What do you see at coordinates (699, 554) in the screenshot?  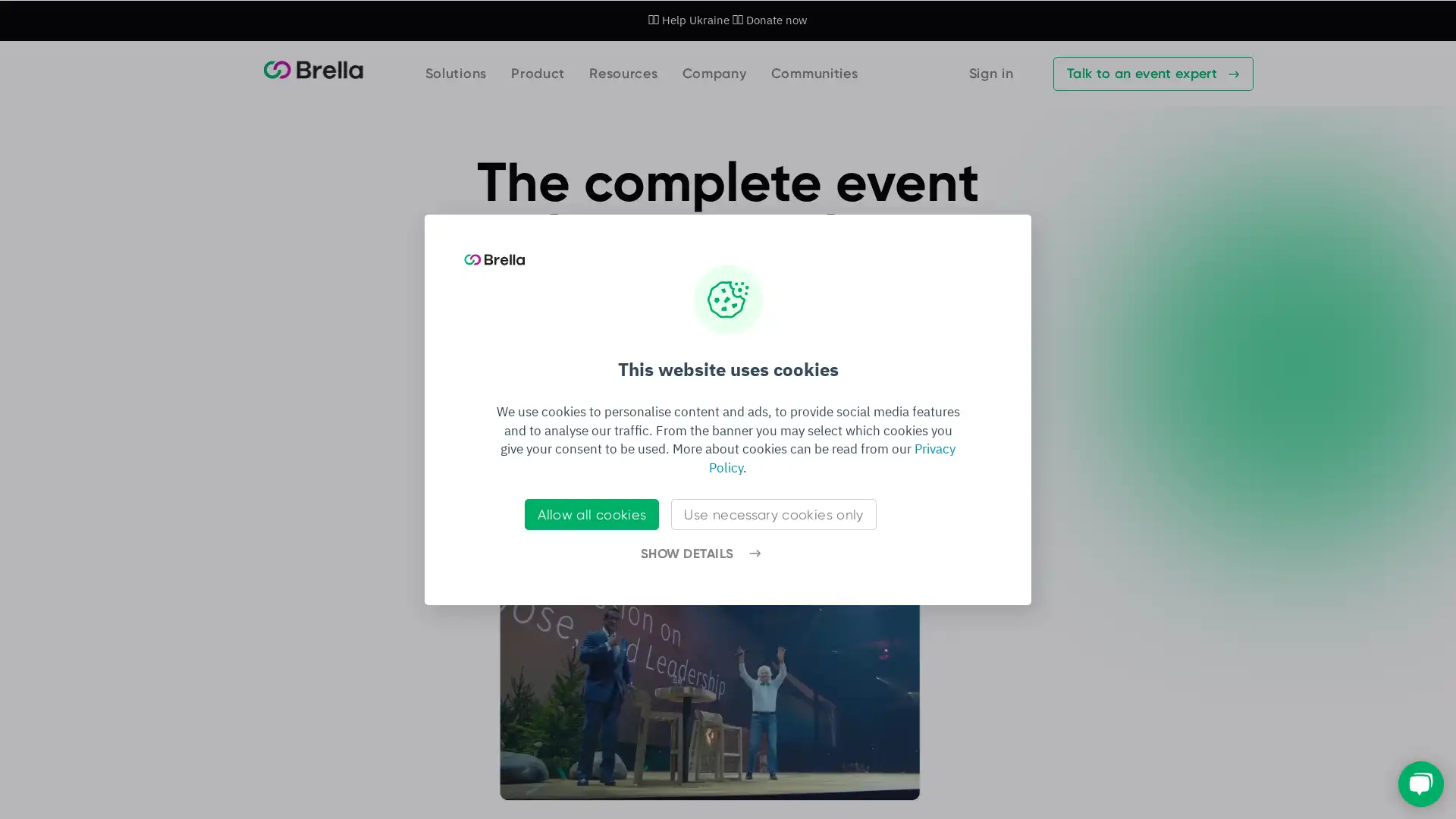 I see `SHOW DETAILS` at bounding box center [699, 554].